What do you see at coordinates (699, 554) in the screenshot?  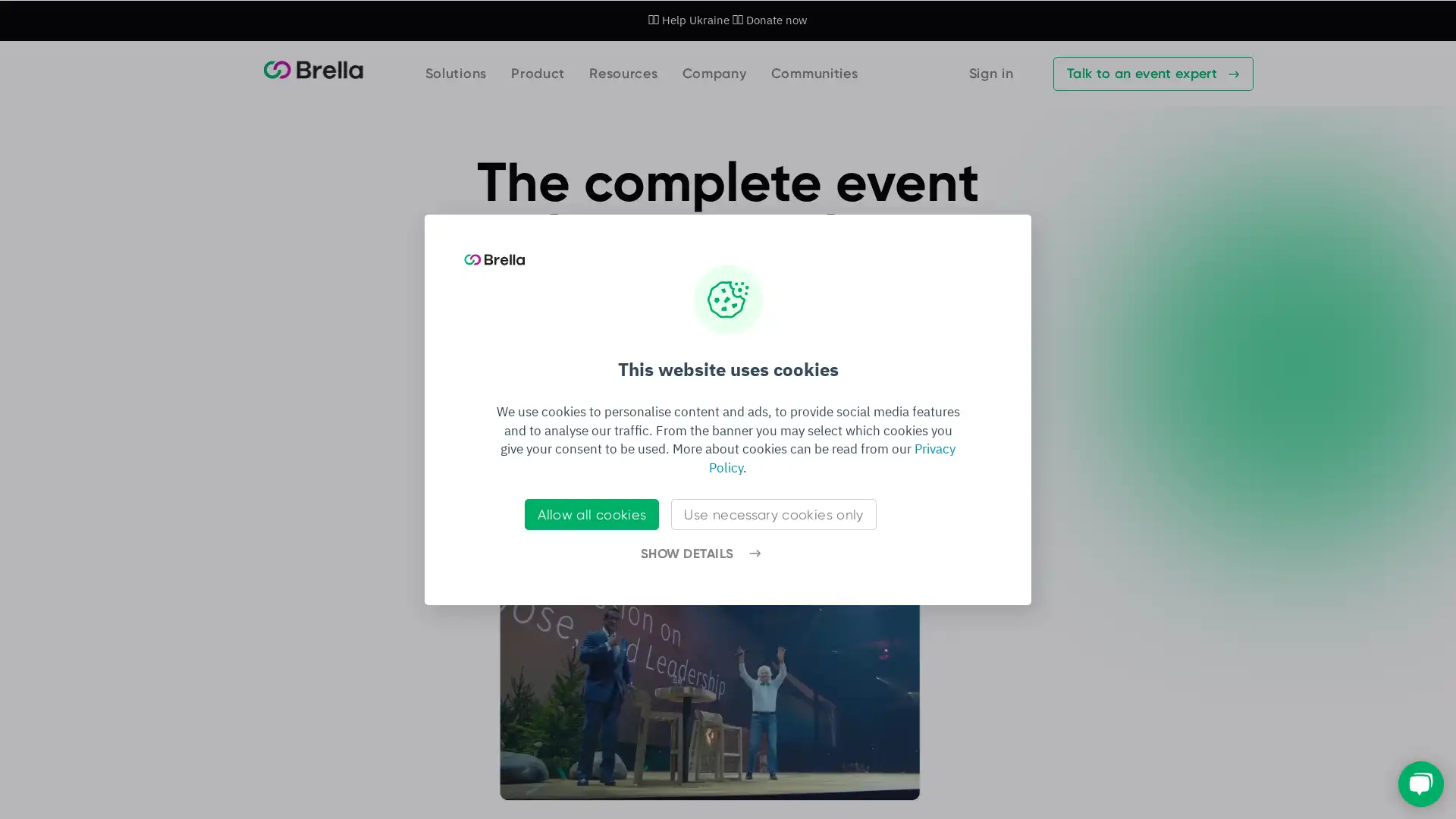 I see `SHOW DETAILS` at bounding box center [699, 554].